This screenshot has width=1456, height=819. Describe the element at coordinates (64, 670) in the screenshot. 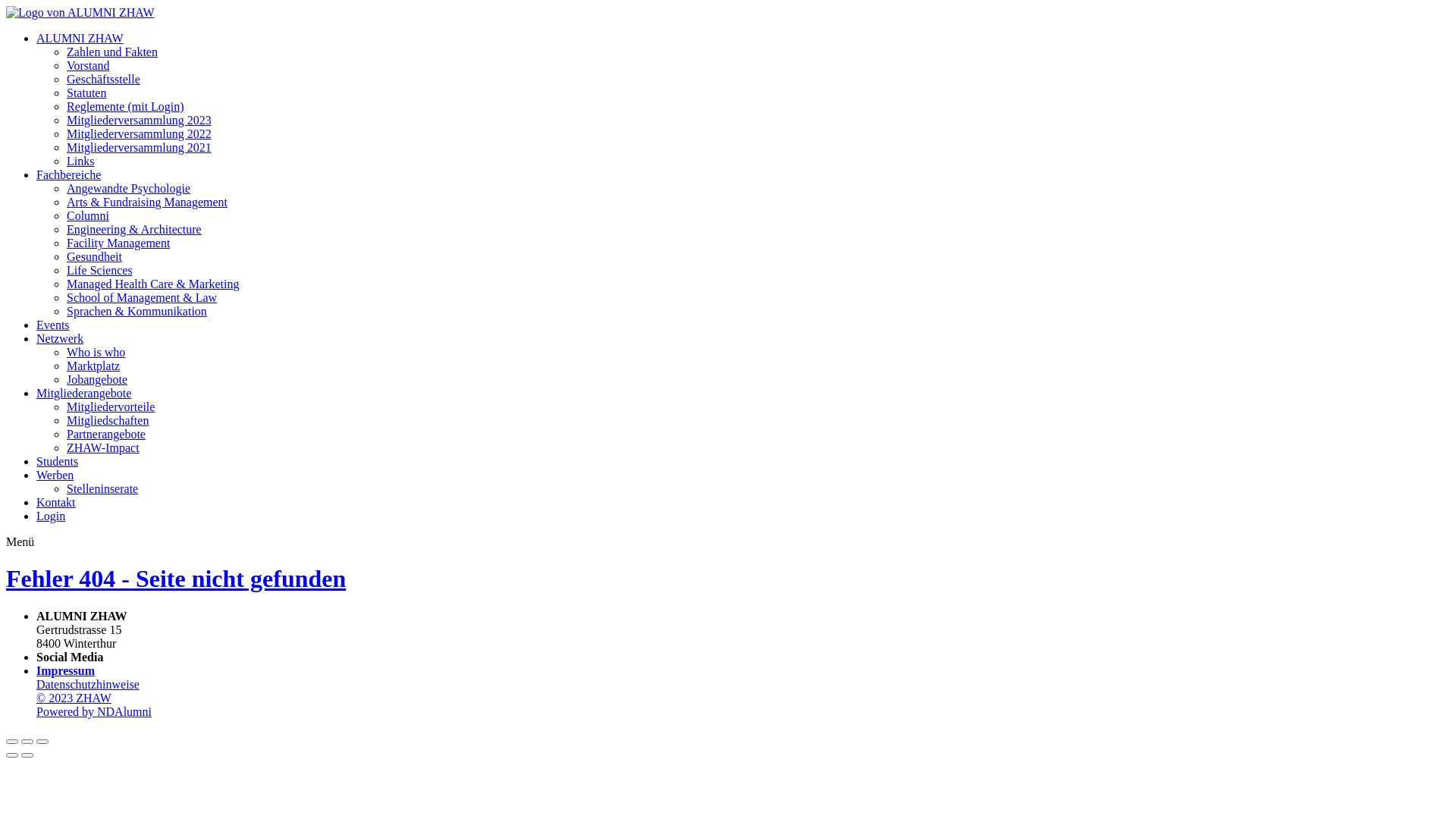

I see `'Impressum'` at that location.